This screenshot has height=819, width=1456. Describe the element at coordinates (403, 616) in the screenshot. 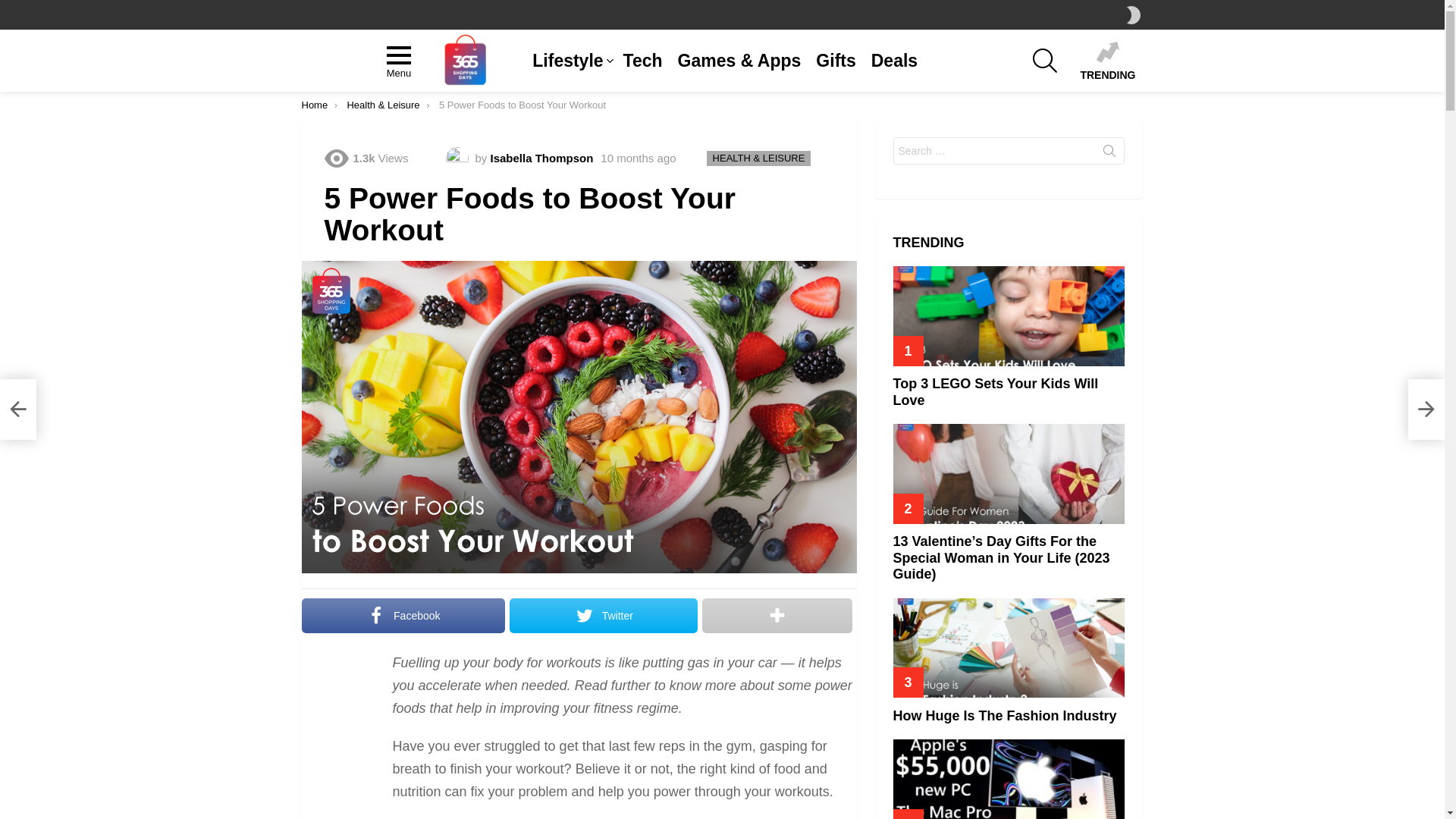

I see `'Facebook'` at that location.